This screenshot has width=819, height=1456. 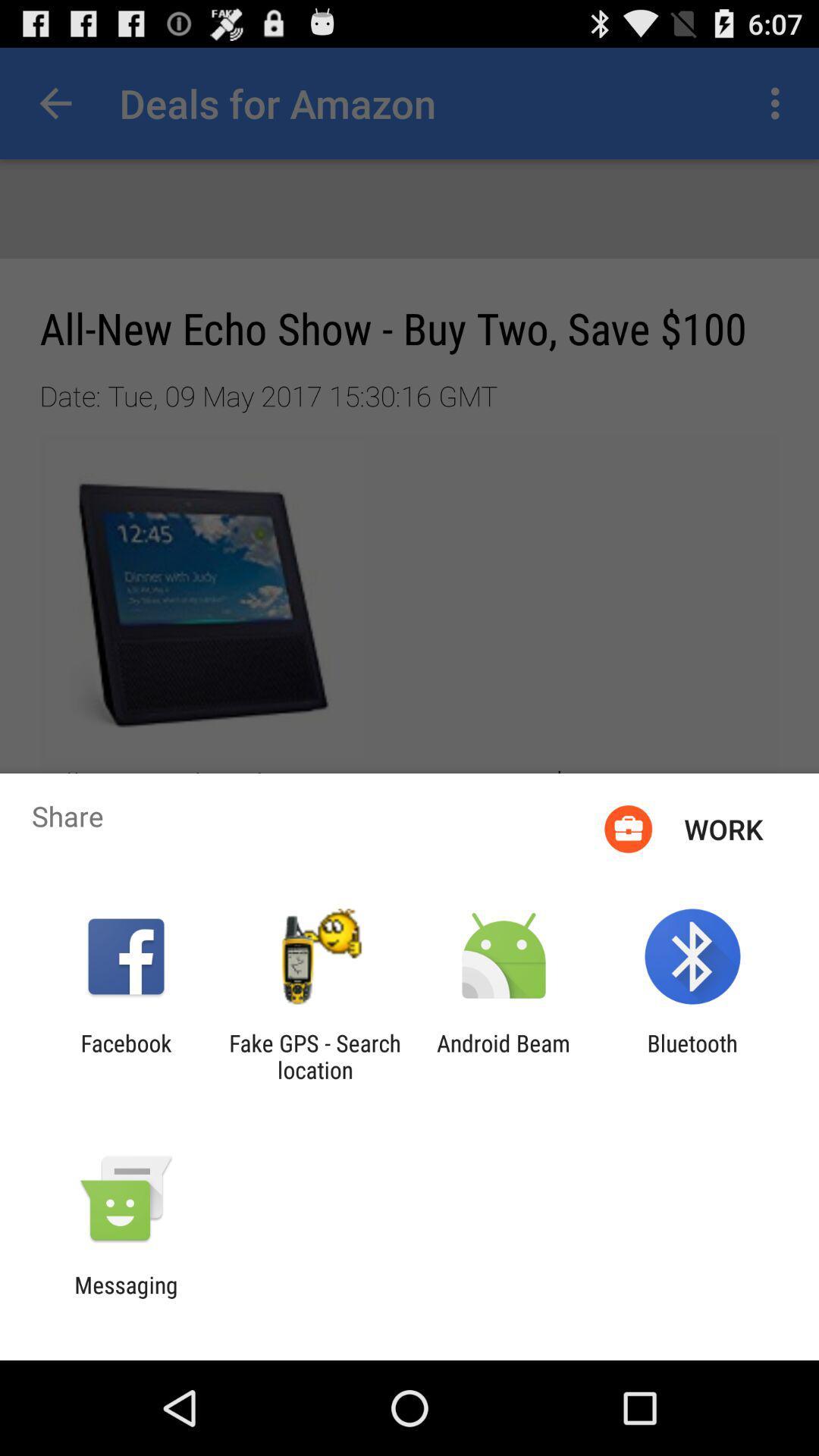 What do you see at coordinates (504, 1056) in the screenshot?
I see `the item to the left of the bluetooth` at bounding box center [504, 1056].